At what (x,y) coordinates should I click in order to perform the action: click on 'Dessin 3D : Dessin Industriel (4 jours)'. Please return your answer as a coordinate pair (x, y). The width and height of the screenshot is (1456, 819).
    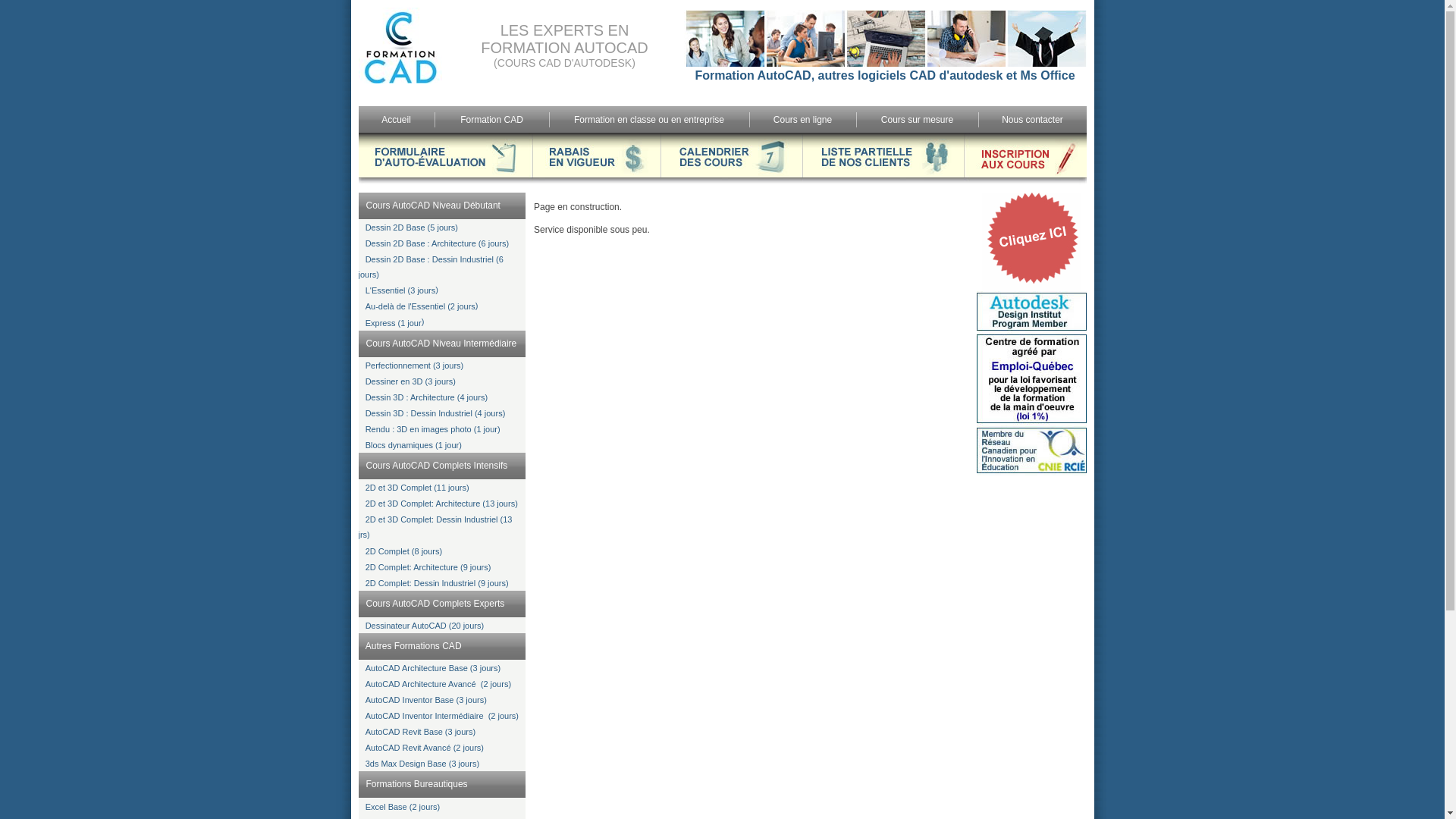
    Looking at the image, I should click on (435, 413).